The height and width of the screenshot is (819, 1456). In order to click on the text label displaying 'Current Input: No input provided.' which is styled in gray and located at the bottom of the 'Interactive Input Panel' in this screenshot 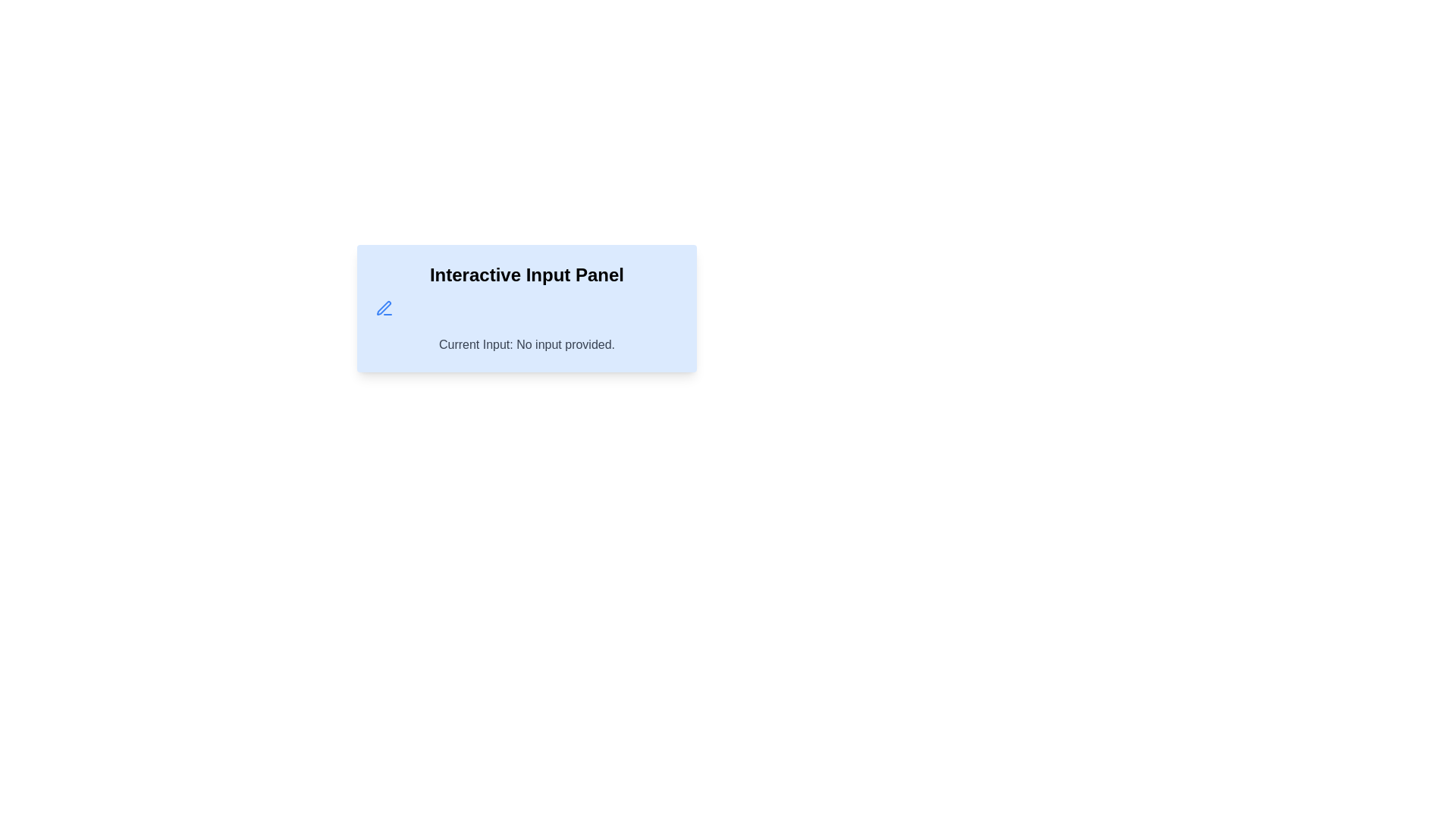, I will do `click(527, 345)`.